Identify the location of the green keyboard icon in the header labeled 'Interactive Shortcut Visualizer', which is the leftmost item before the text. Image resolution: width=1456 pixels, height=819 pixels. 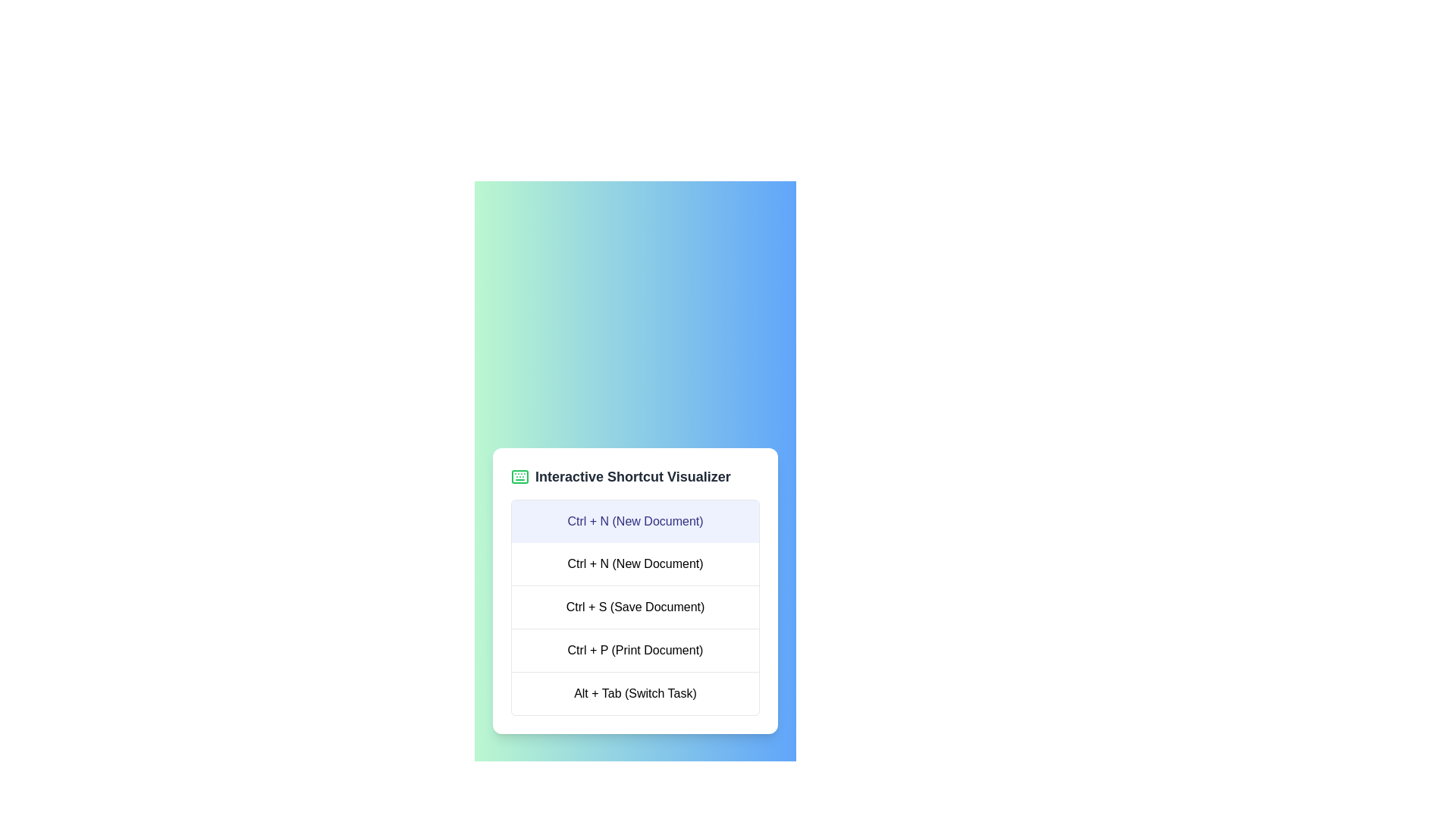
(520, 475).